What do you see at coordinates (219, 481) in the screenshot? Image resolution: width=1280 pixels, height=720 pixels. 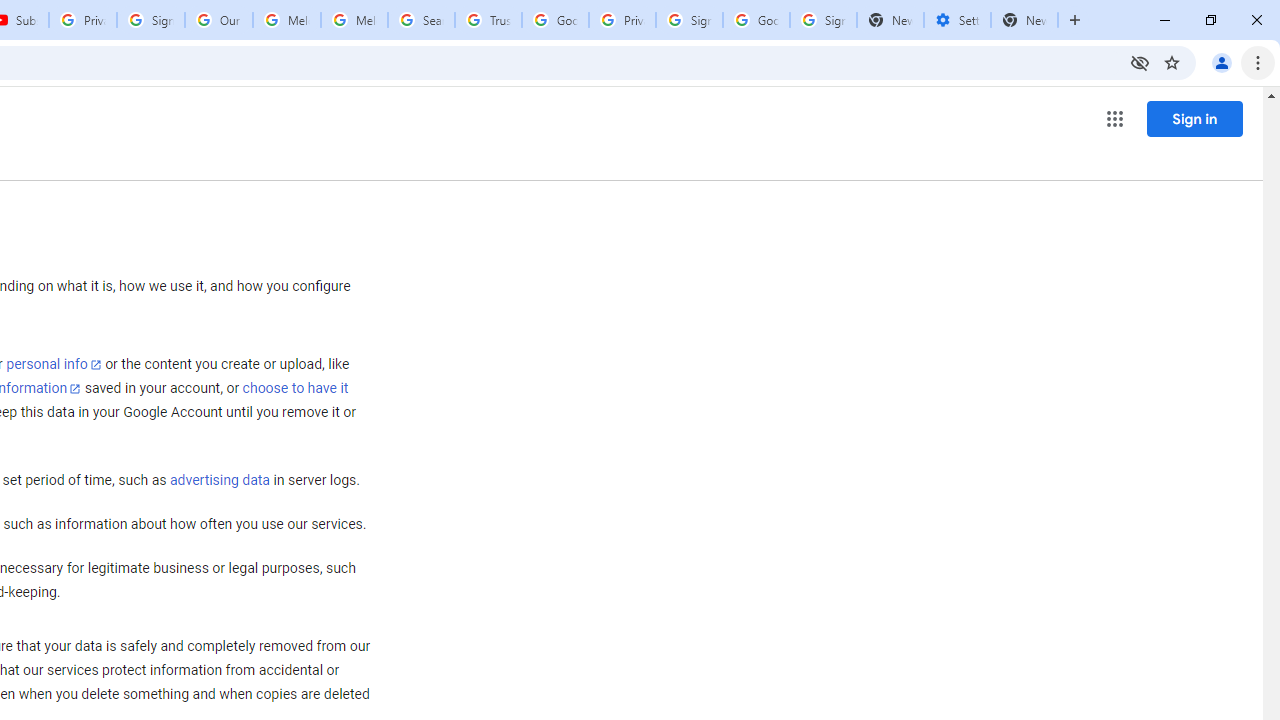 I see `'advertising data'` at bounding box center [219, 481].